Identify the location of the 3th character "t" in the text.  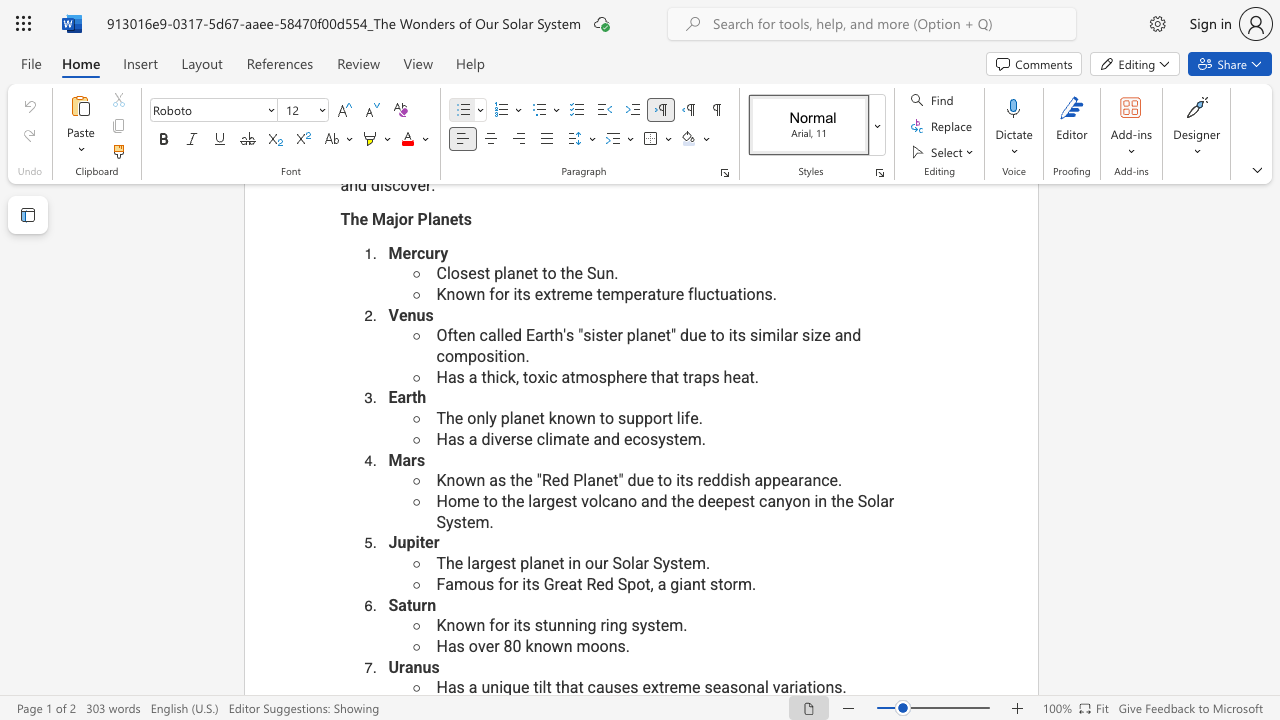
(658, 624).